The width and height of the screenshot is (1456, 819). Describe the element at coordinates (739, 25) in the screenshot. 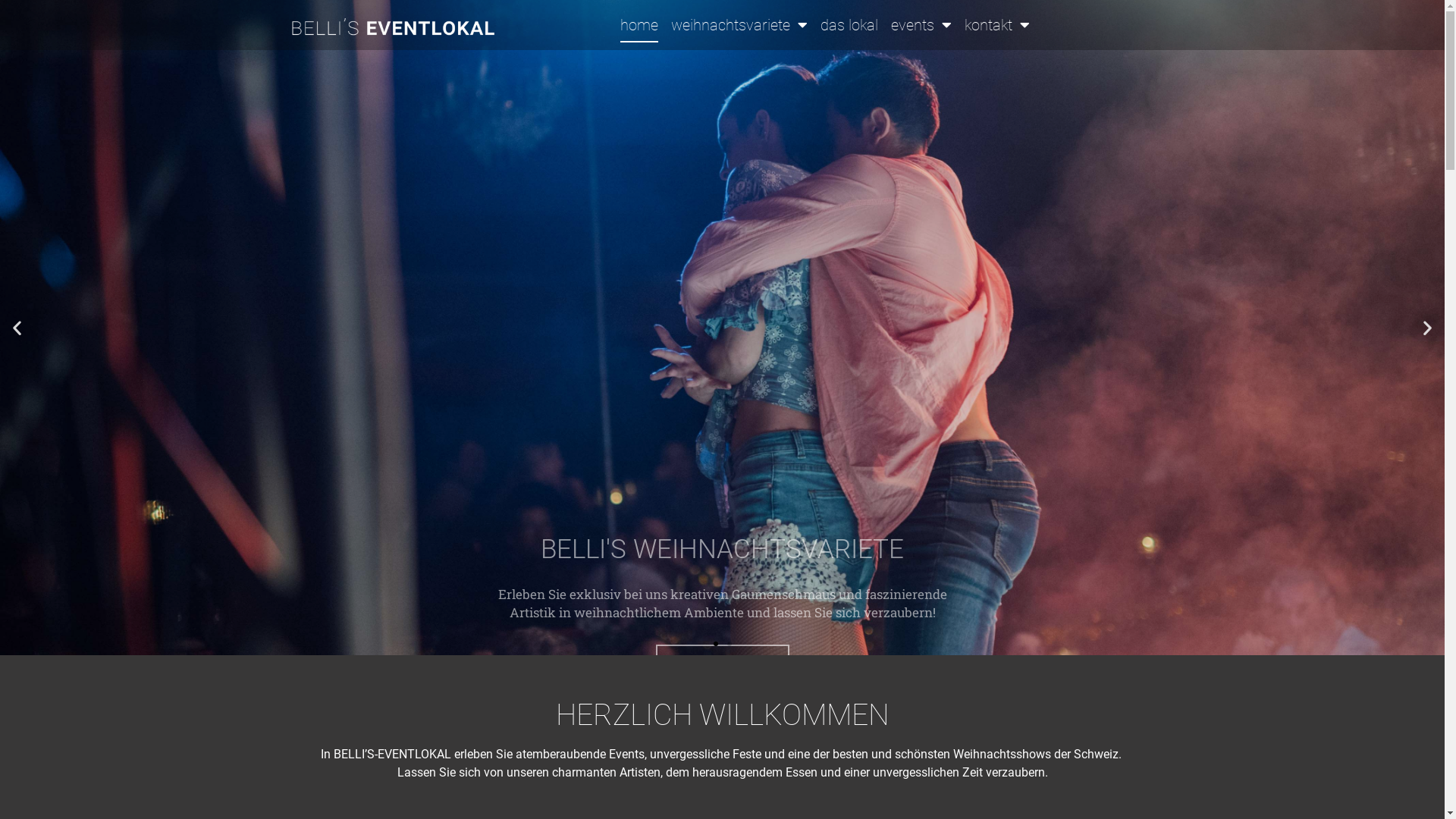

I see `'weihnachtsvariete'` at that location.